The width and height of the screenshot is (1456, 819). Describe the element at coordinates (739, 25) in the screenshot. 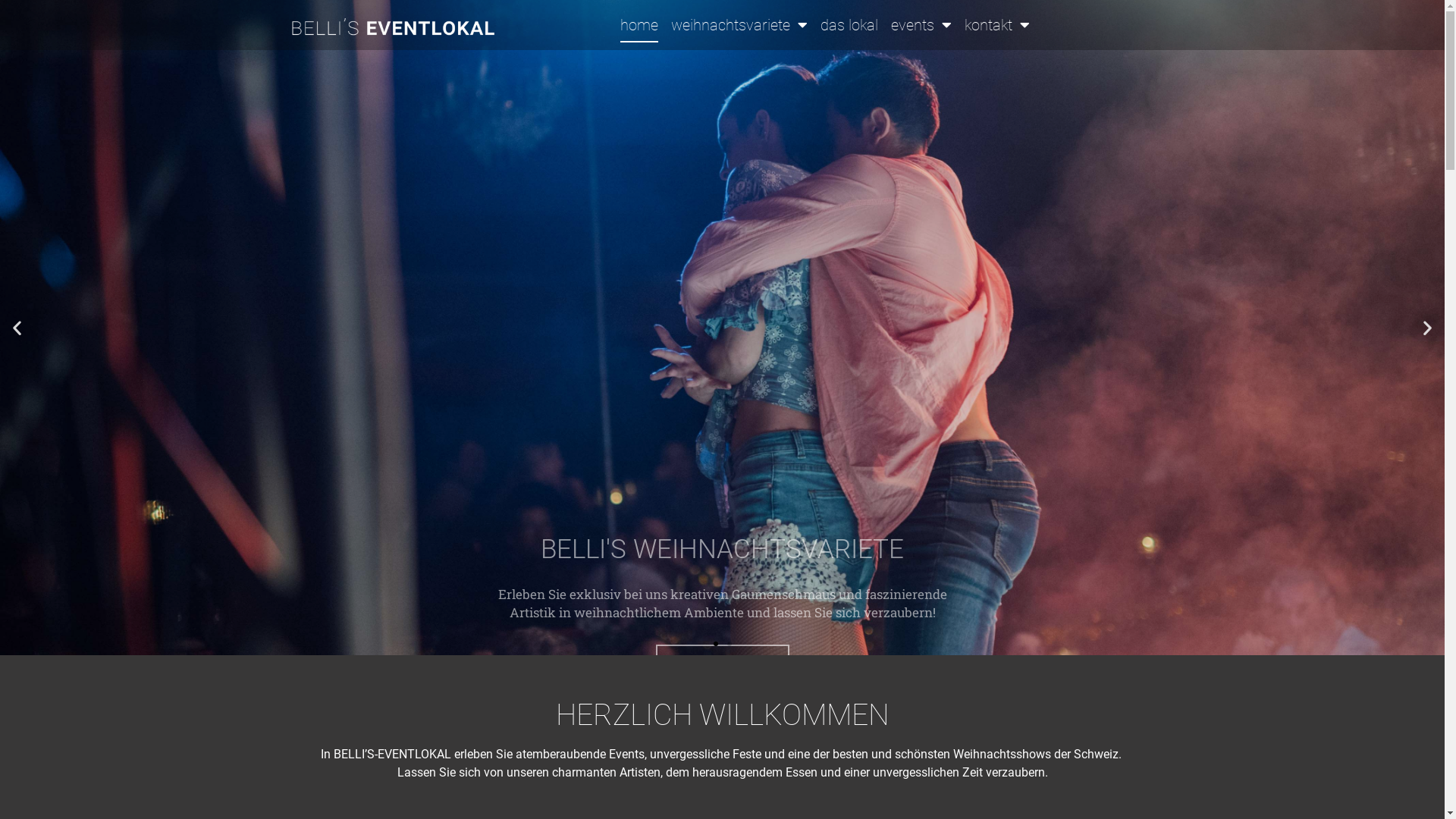

I see `'weihnachtsvariete'` at that location.